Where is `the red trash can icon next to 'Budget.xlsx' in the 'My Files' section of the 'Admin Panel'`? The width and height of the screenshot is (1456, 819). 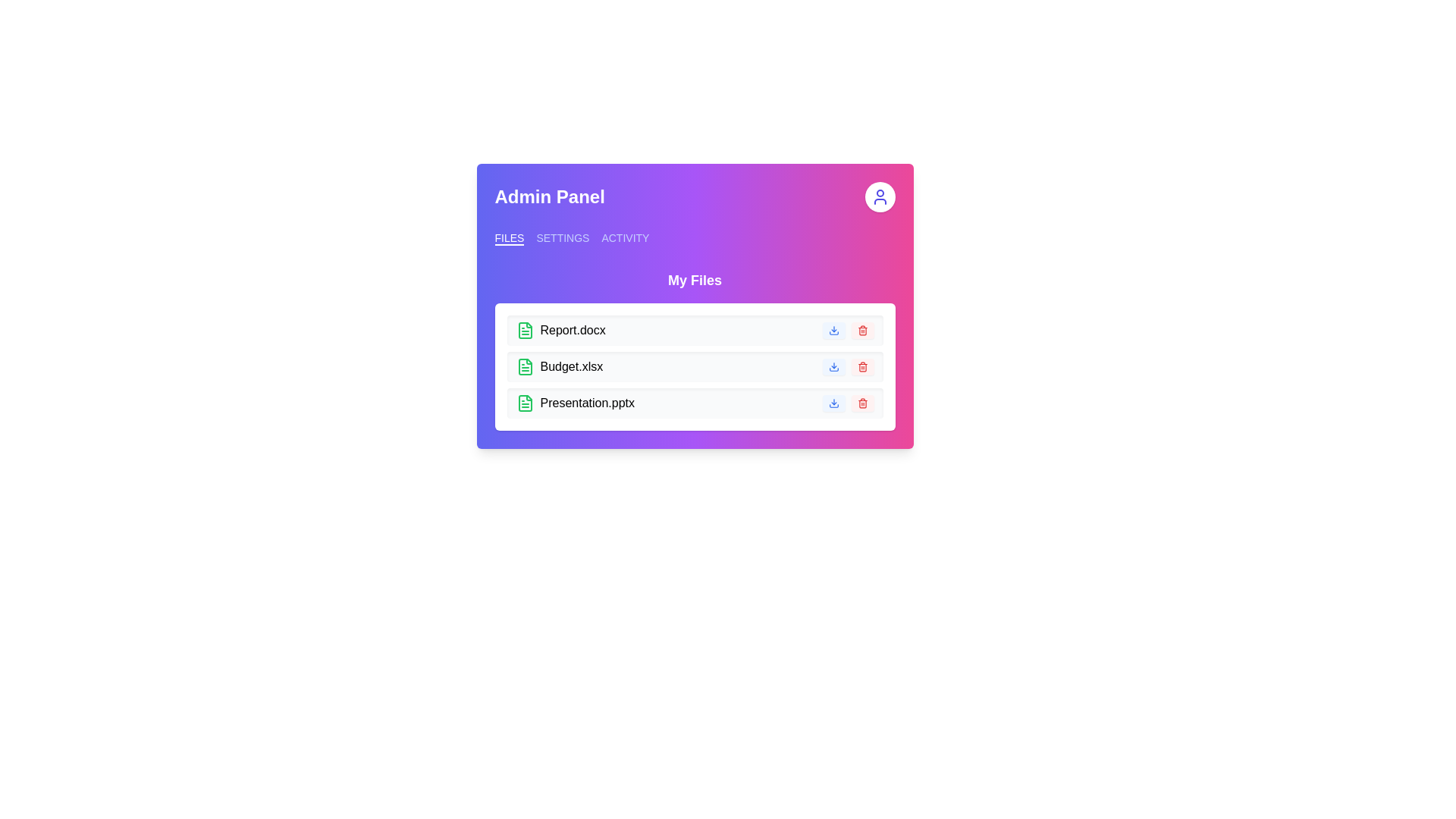
the red trash can icon next to 'Budget.xlsx' in the 'My Files' section of the 'Admin Panel' is located at coordinates (862, 366).